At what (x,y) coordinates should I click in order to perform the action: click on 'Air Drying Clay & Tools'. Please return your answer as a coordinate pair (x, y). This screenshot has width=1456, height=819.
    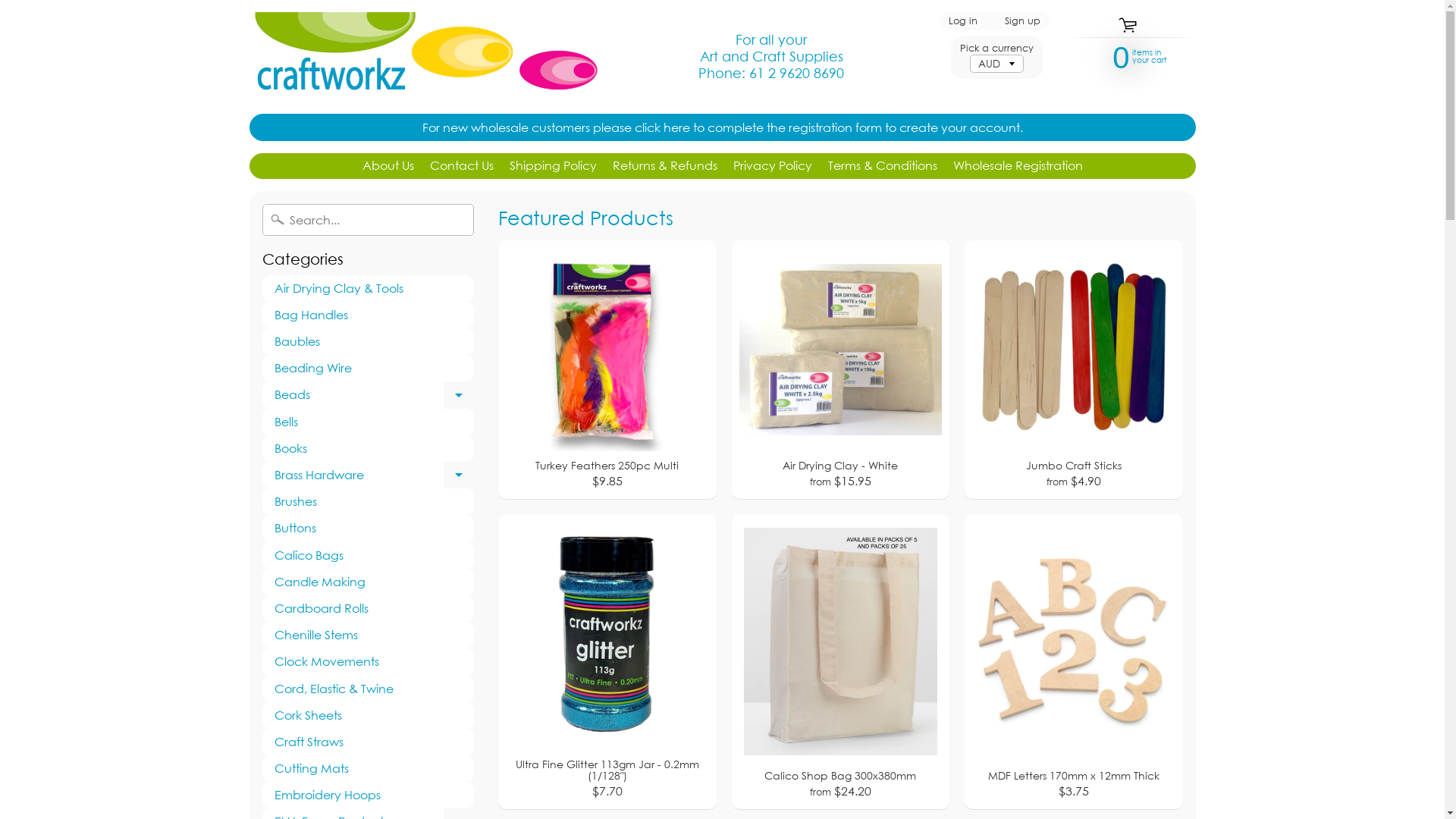
    Looking at the image, I should click on (368, 288).